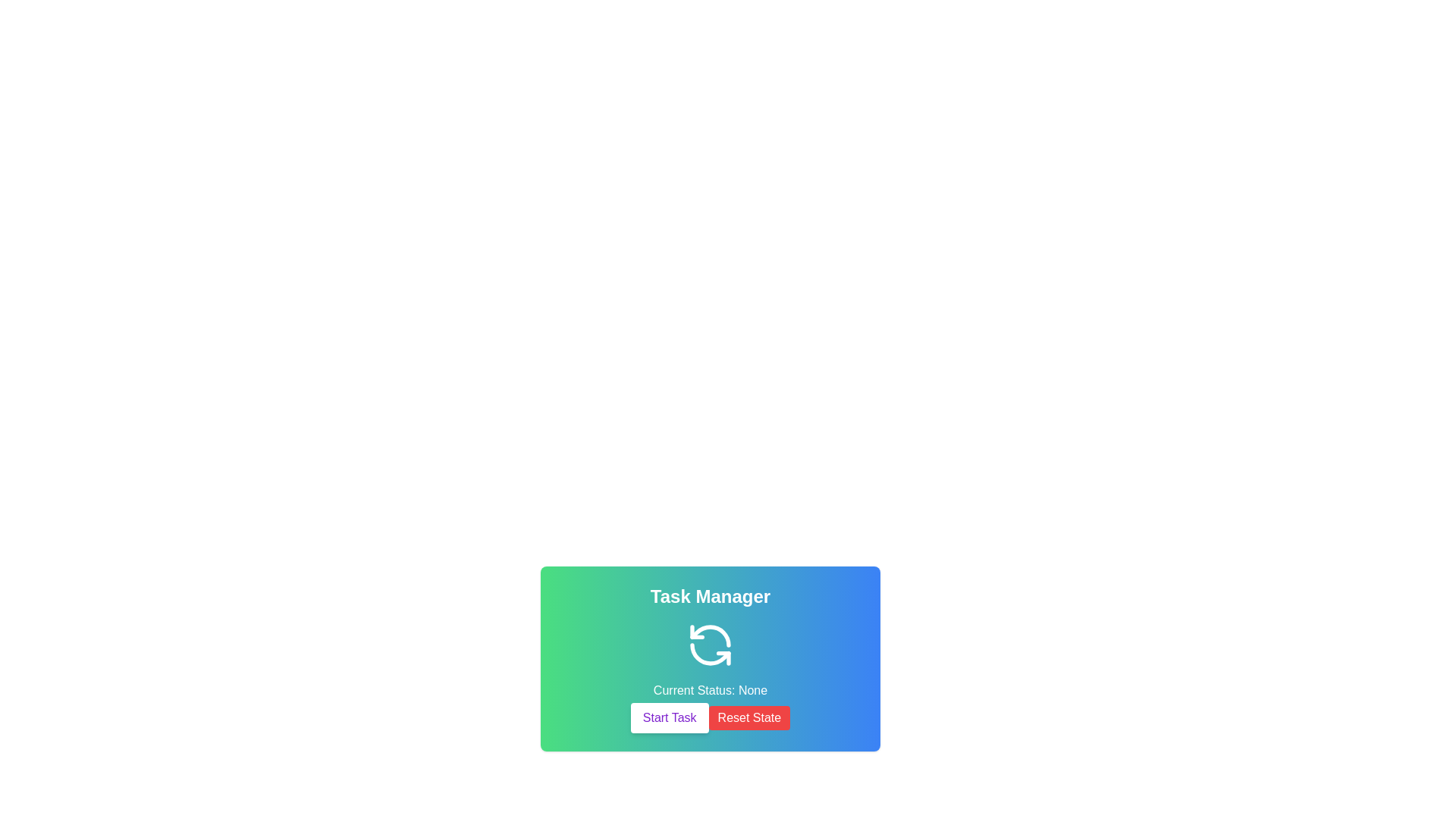 Image resolution: width=1456 pixels, height=819 pixels. Describe the element at coordinates (709, 645) in the screenshot. I see `the refresh icon located below the 'Task Manager' heading and above the 'Current Status: None' text` at that location.